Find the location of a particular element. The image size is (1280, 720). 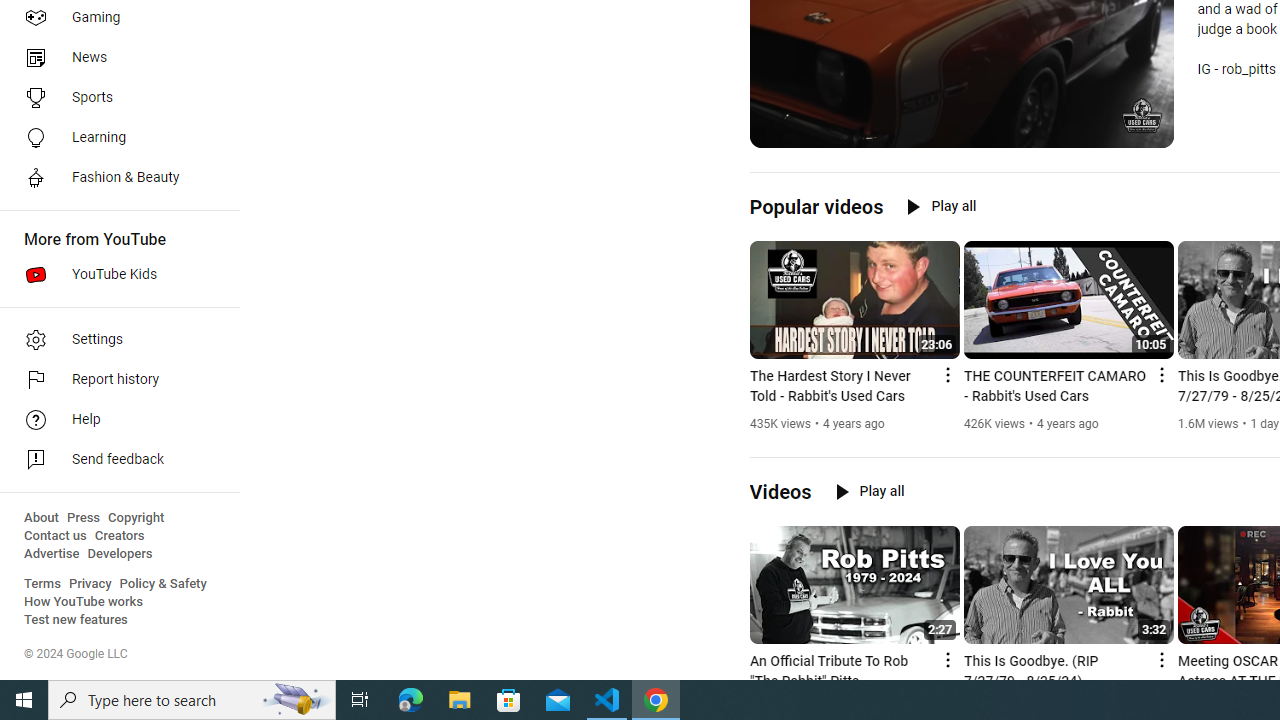

'Policy & Safety' is located at coordinates (163, 584).